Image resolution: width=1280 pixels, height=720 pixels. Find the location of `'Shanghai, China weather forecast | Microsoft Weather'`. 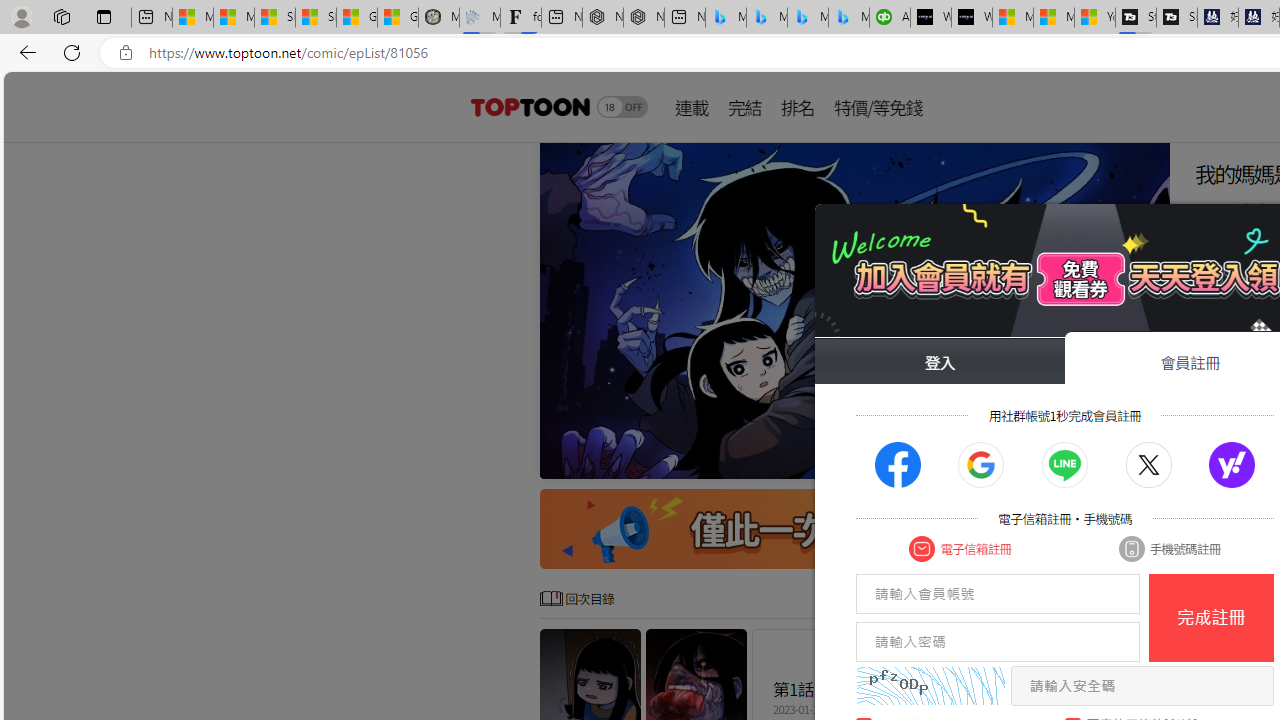

'Shanghai, China weather forecast | Microsoft Weather' is located at coordinates (315, 17).